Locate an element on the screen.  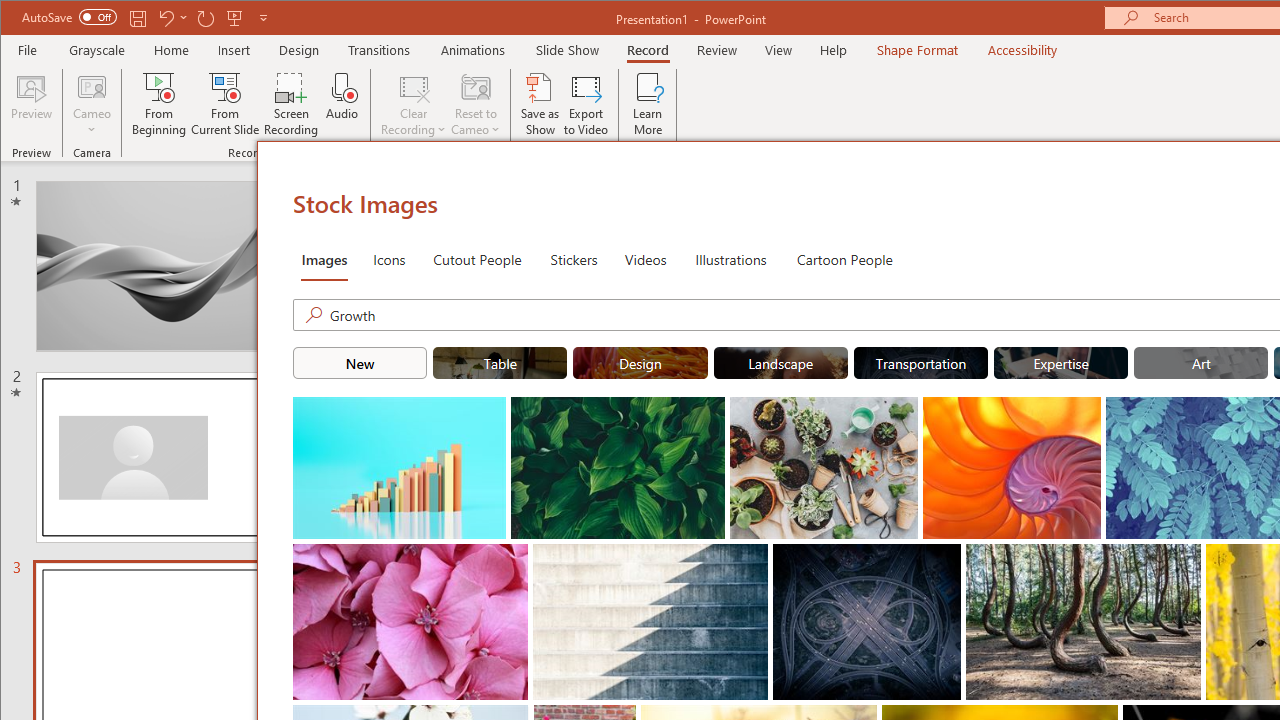
'Learn More' is located at coordinates (648, 104).